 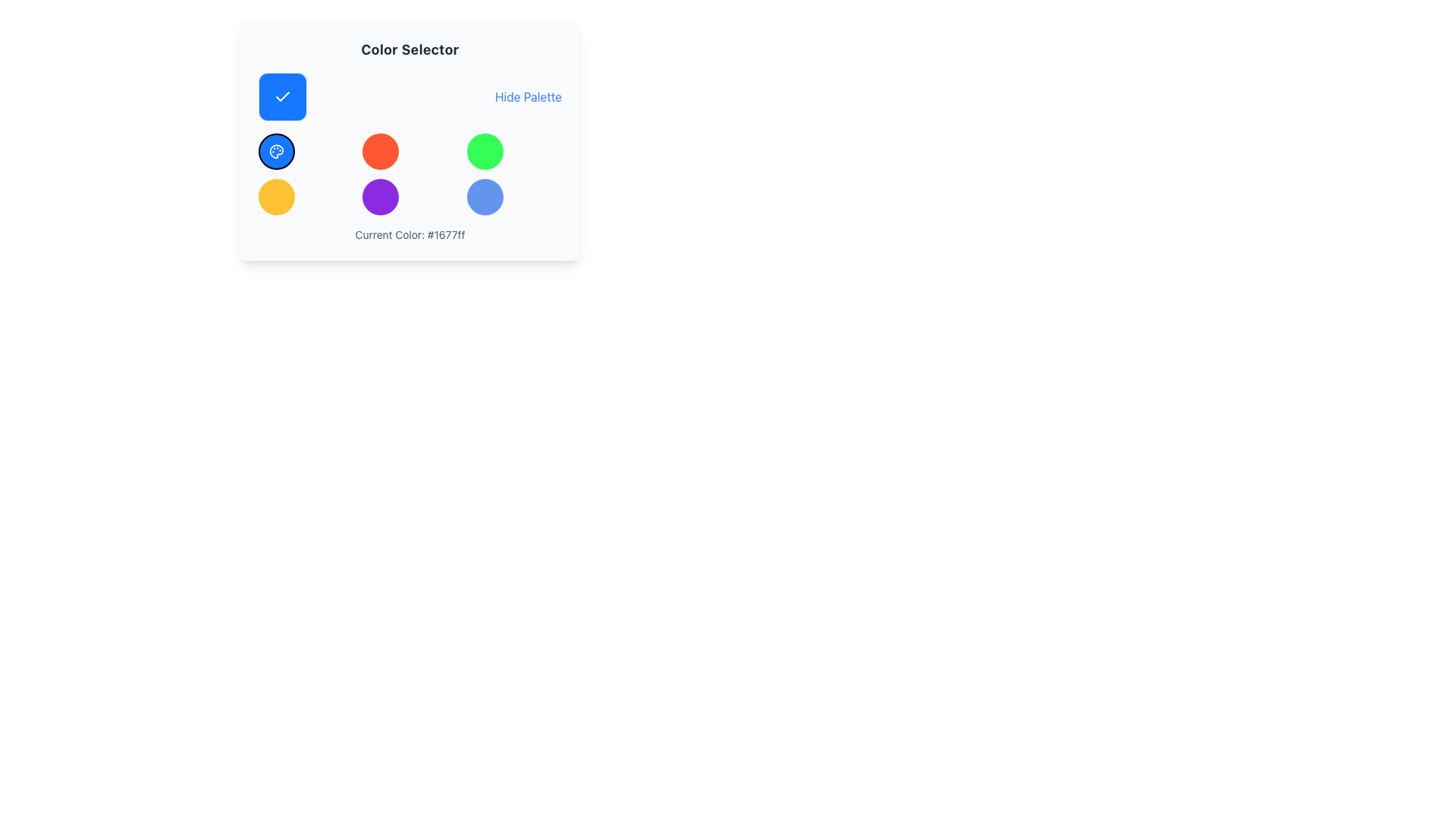 I want to click on the 'Color Selector' text label, which is prominently displayed in bold, grayish-black font at the top of the panel with rounded corners, so click(x=410, y=49).